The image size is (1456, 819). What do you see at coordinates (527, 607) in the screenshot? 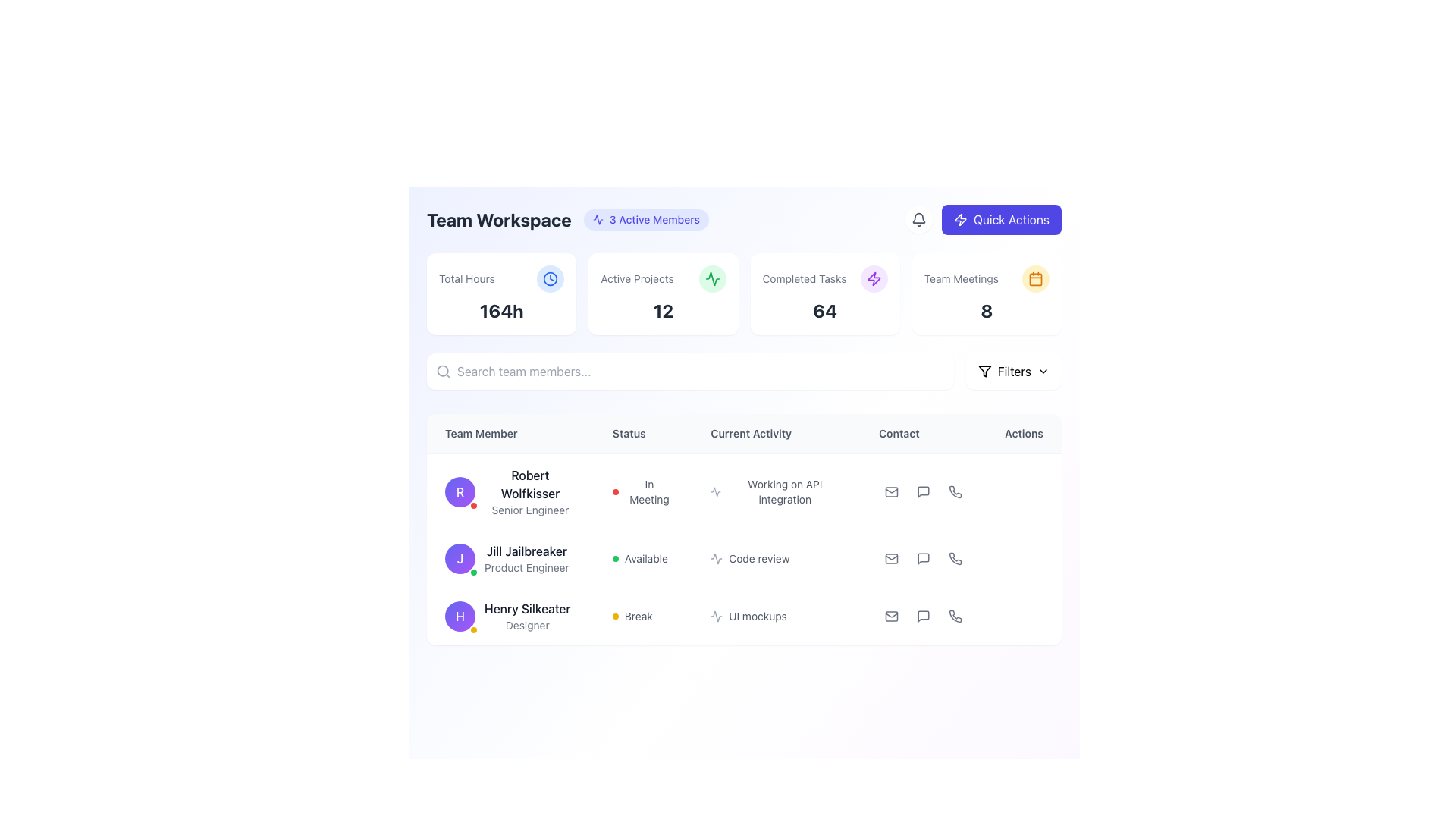
I see `the text label displaying 'Henry Silkeater' in the 'Team Member' column of the team workspace interface` at bounding box center [527, 607].